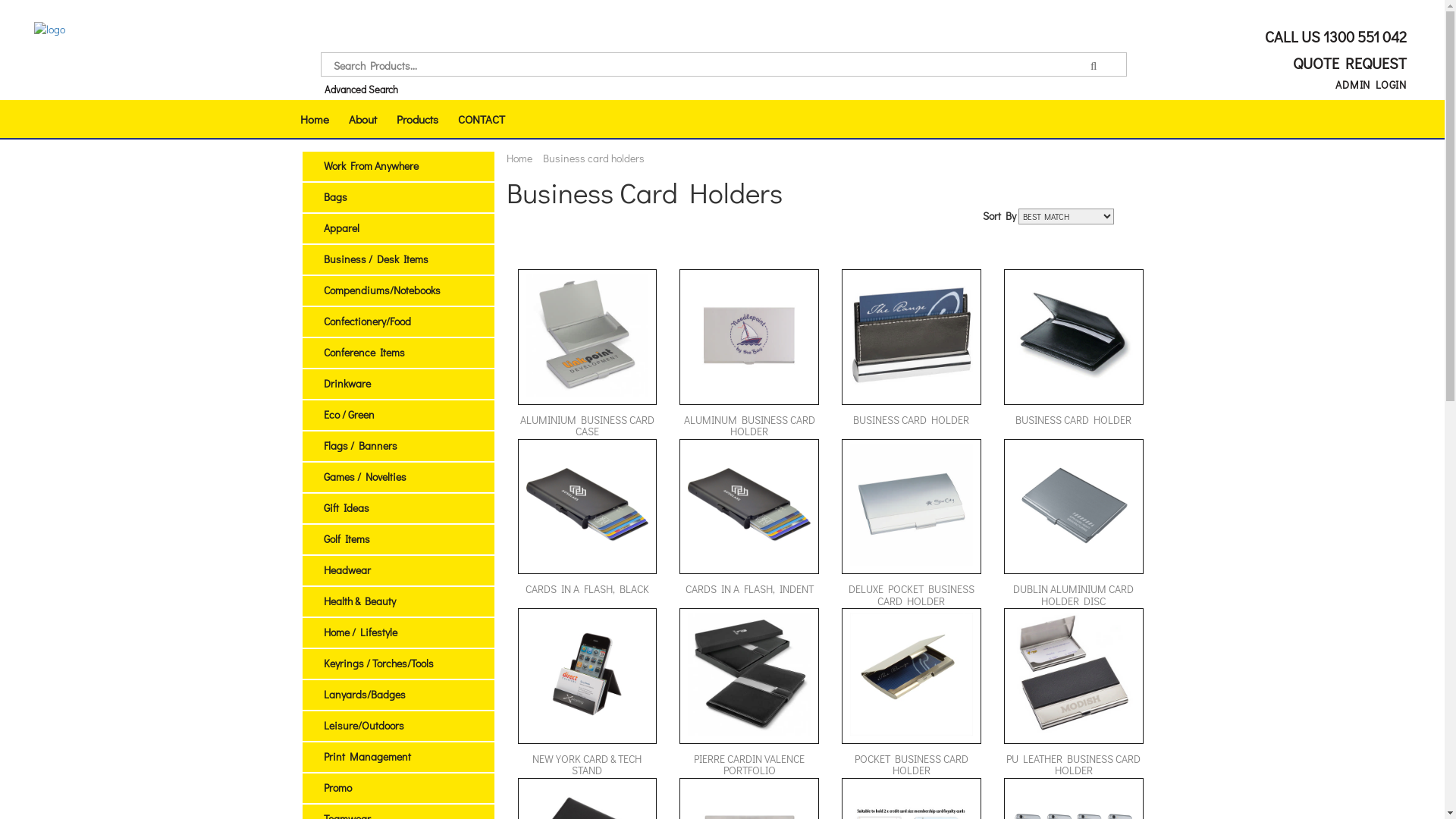  What do you see at coordinates (322, 570) in the screenshot?
I see `'Headwear'` at bounding box center [322, 570].